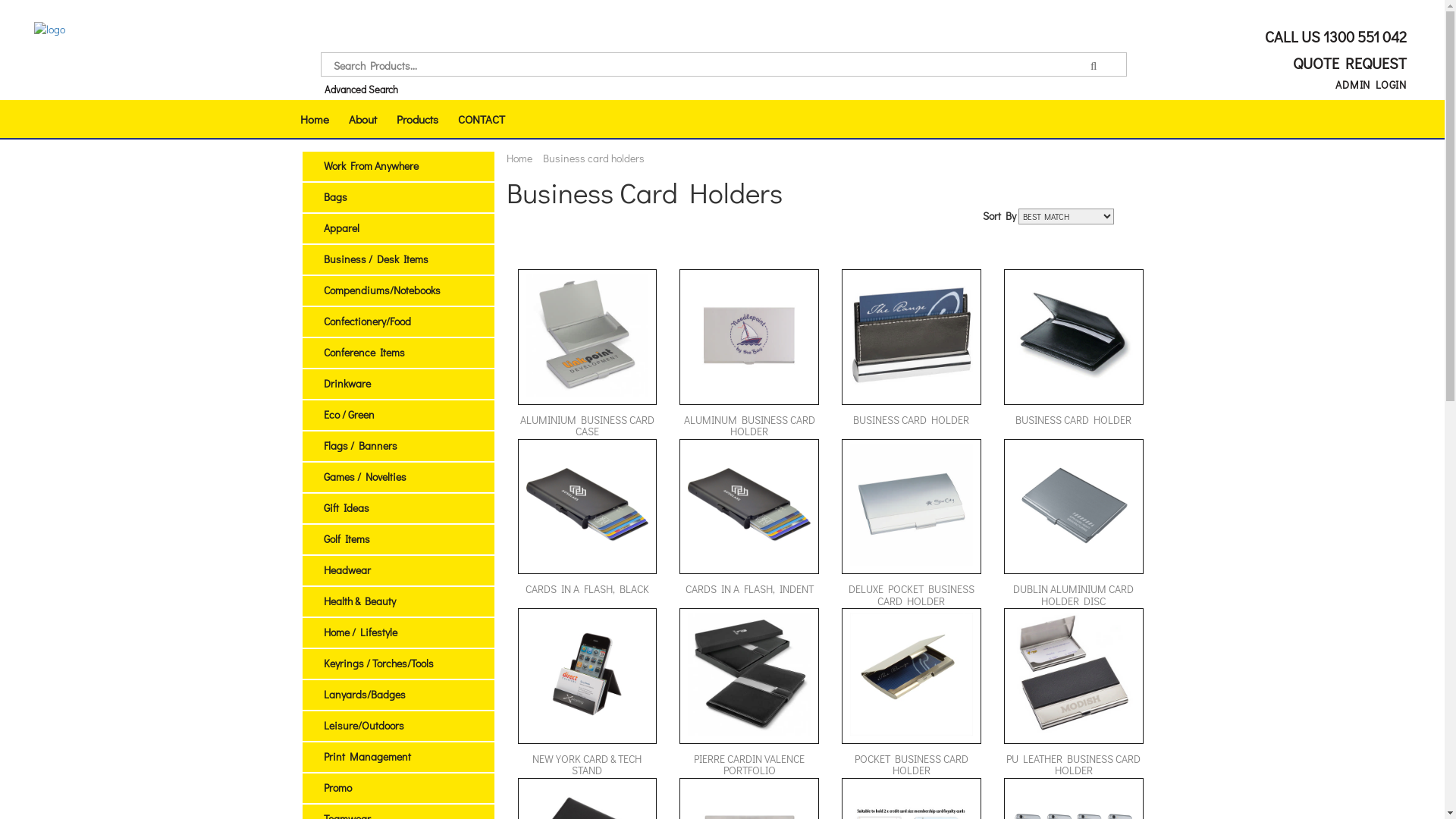  What do you see at coordinates (322, 570) in the screenshot?
I see `'Headwear'` at bounding box center [322, 570].